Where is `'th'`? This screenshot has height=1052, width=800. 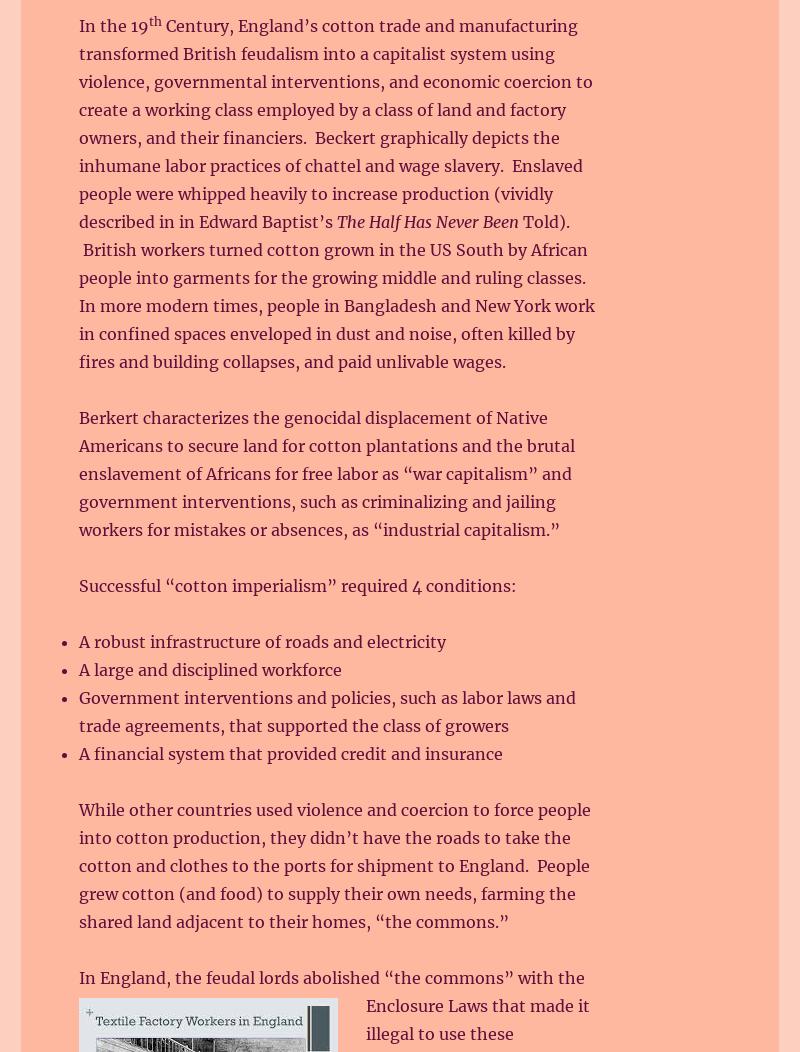
'th' is located at coordinates (148, 21).